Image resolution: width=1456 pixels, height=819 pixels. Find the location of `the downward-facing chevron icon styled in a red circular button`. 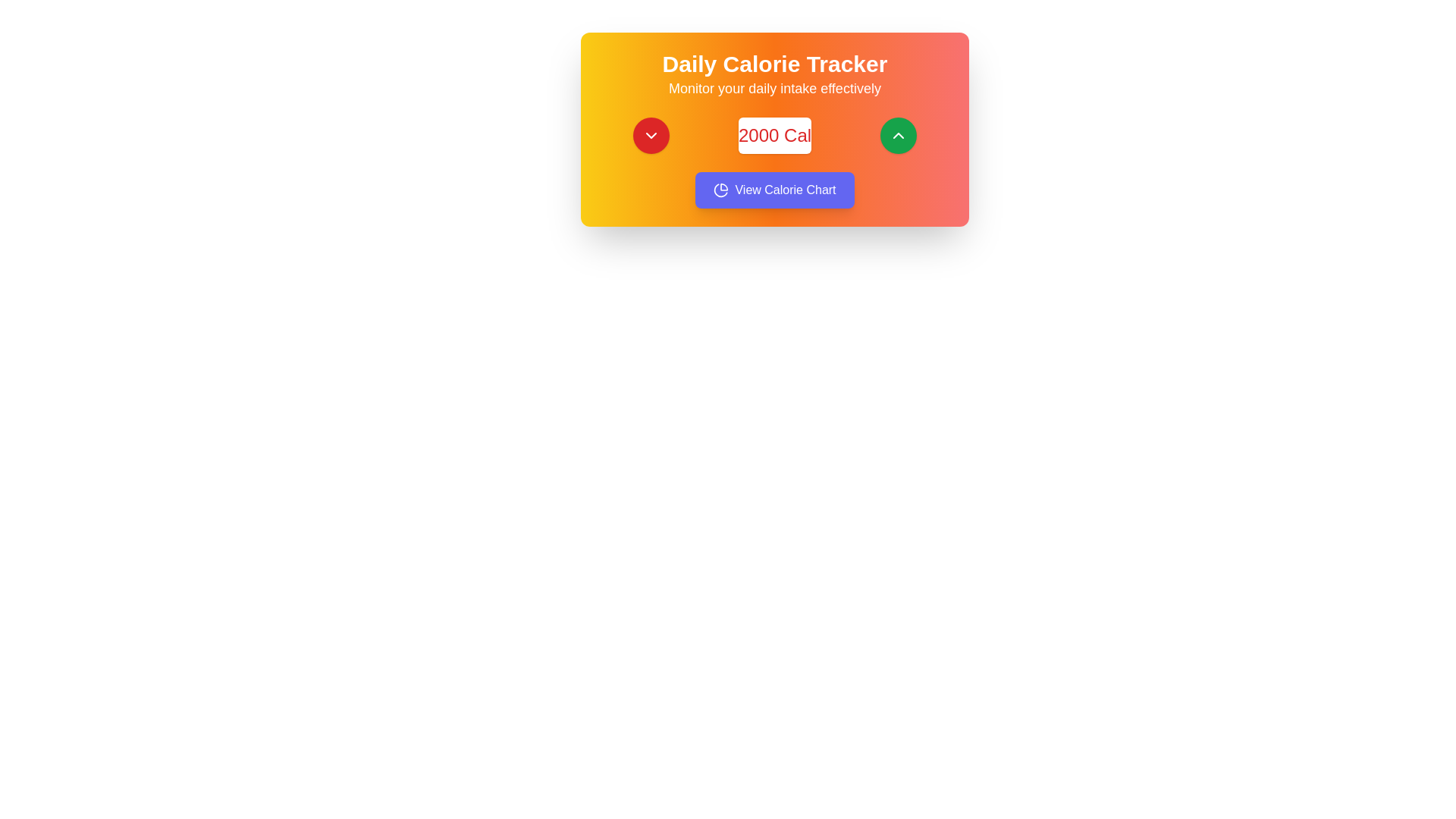

the downward-facing chevron icon styled in a red circular button is located at coordinates (651, 134).